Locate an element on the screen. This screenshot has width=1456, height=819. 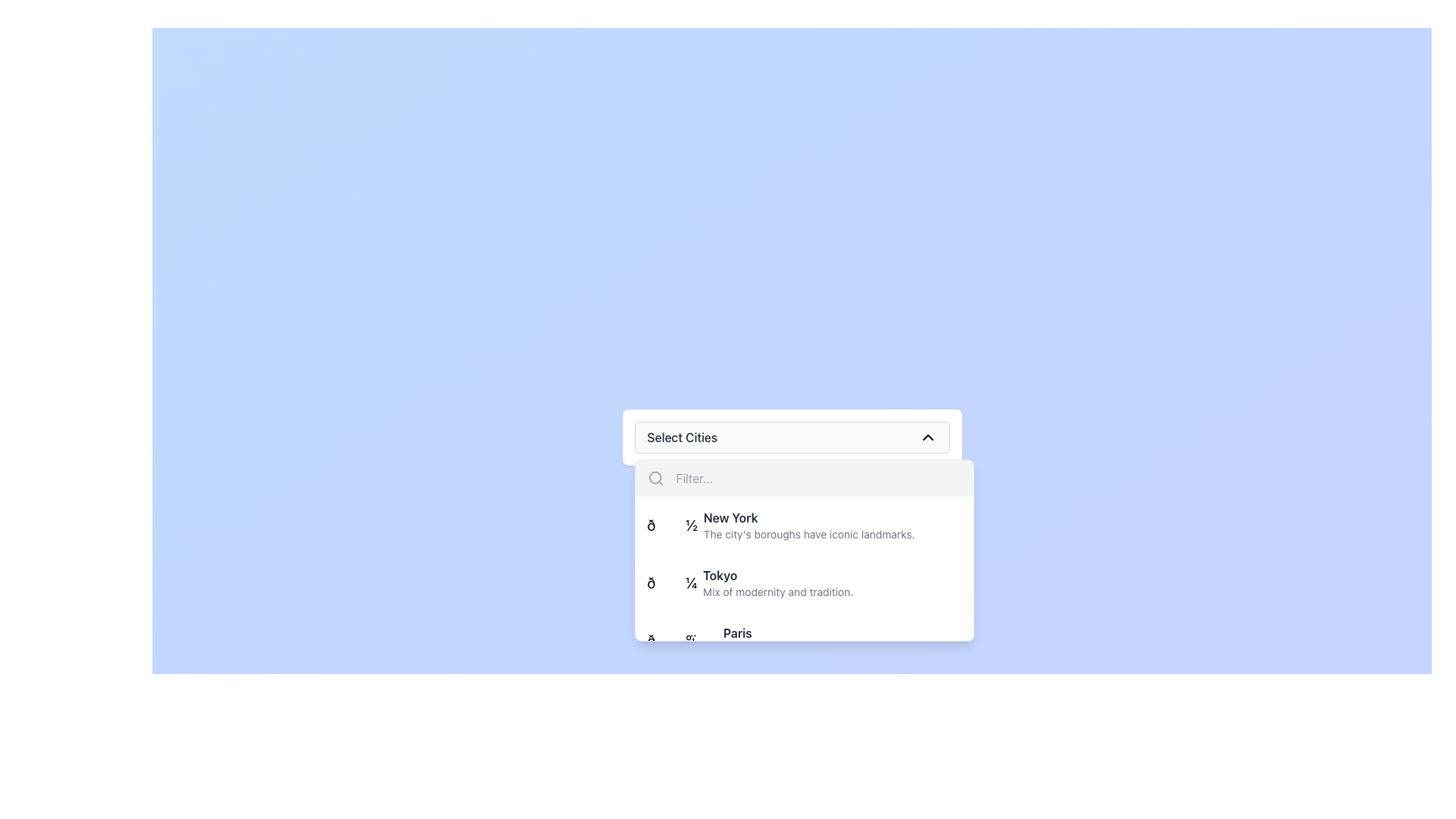
the List Item displaying information about the city 'Tokyo', which is the second entry in the dropdown list, located between 'New York' and 'Paris' is located at coordinates (803, 610).